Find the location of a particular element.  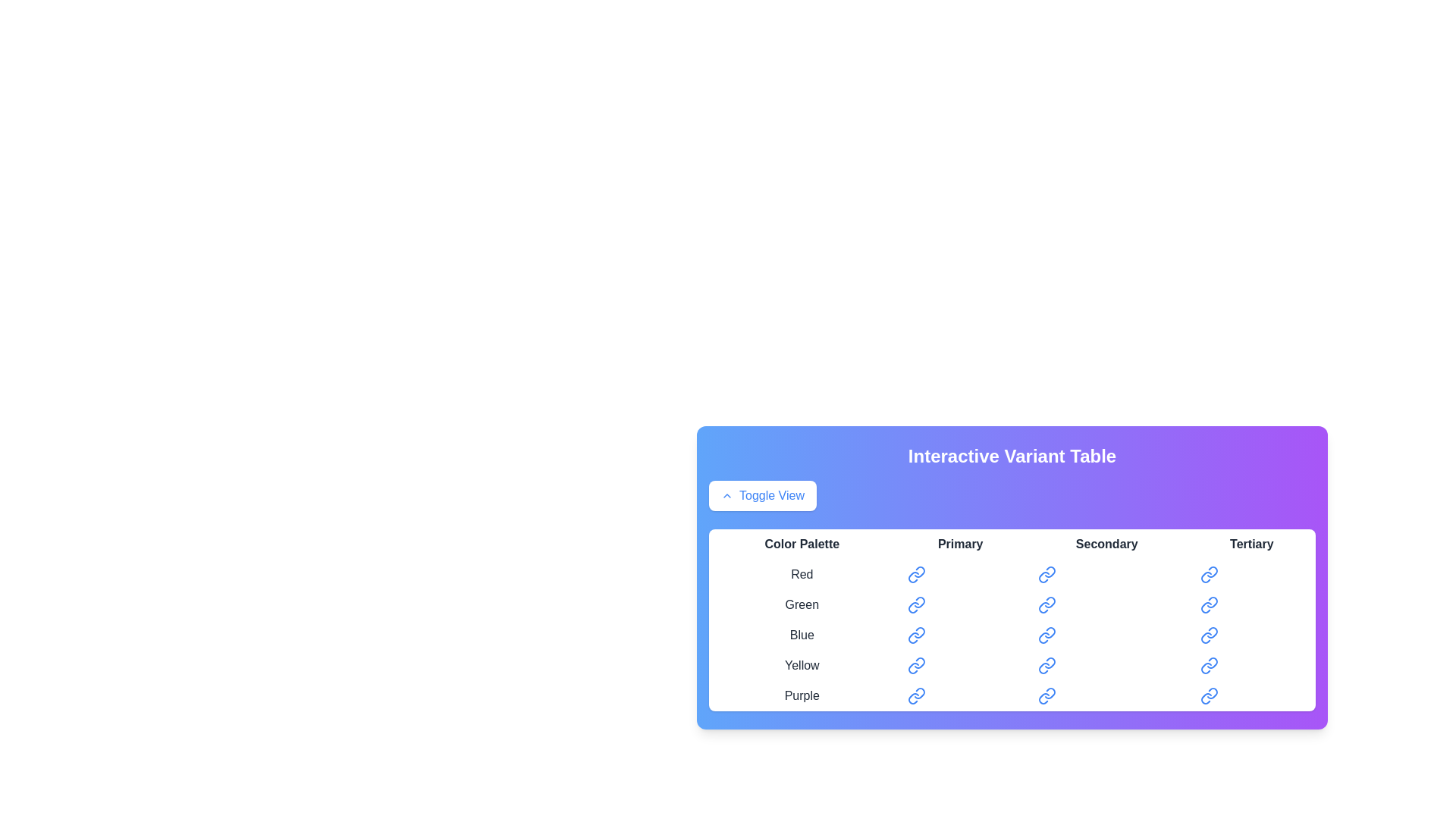

the link icon in the 'Secondary' column of the 'Interactive Variant Table', located in the 'Yellow' row is located at coordinates (1043, 667).